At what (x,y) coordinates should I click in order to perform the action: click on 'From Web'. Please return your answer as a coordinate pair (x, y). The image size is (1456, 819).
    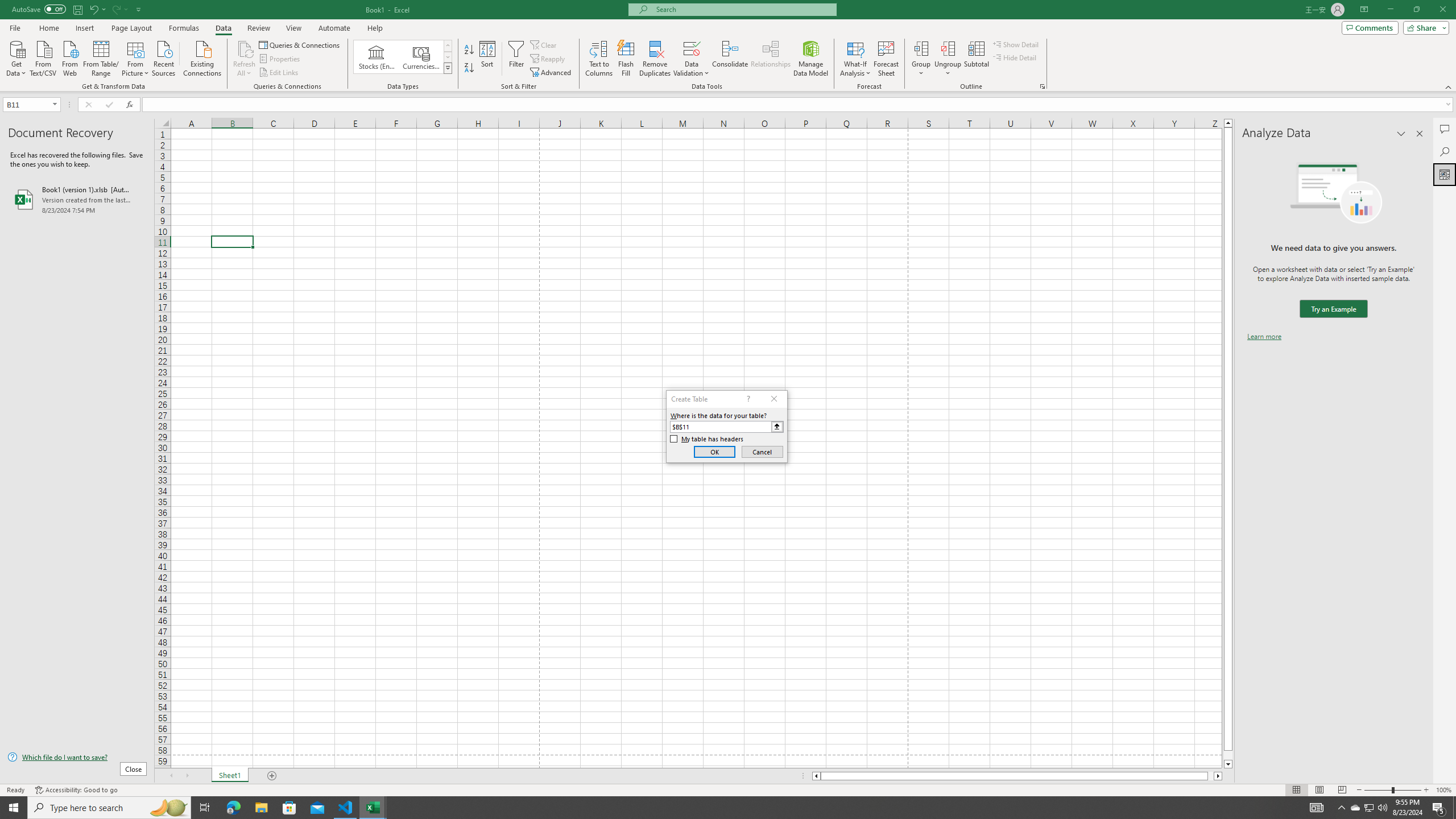
    Looking at the image, I should click on (69, 57).